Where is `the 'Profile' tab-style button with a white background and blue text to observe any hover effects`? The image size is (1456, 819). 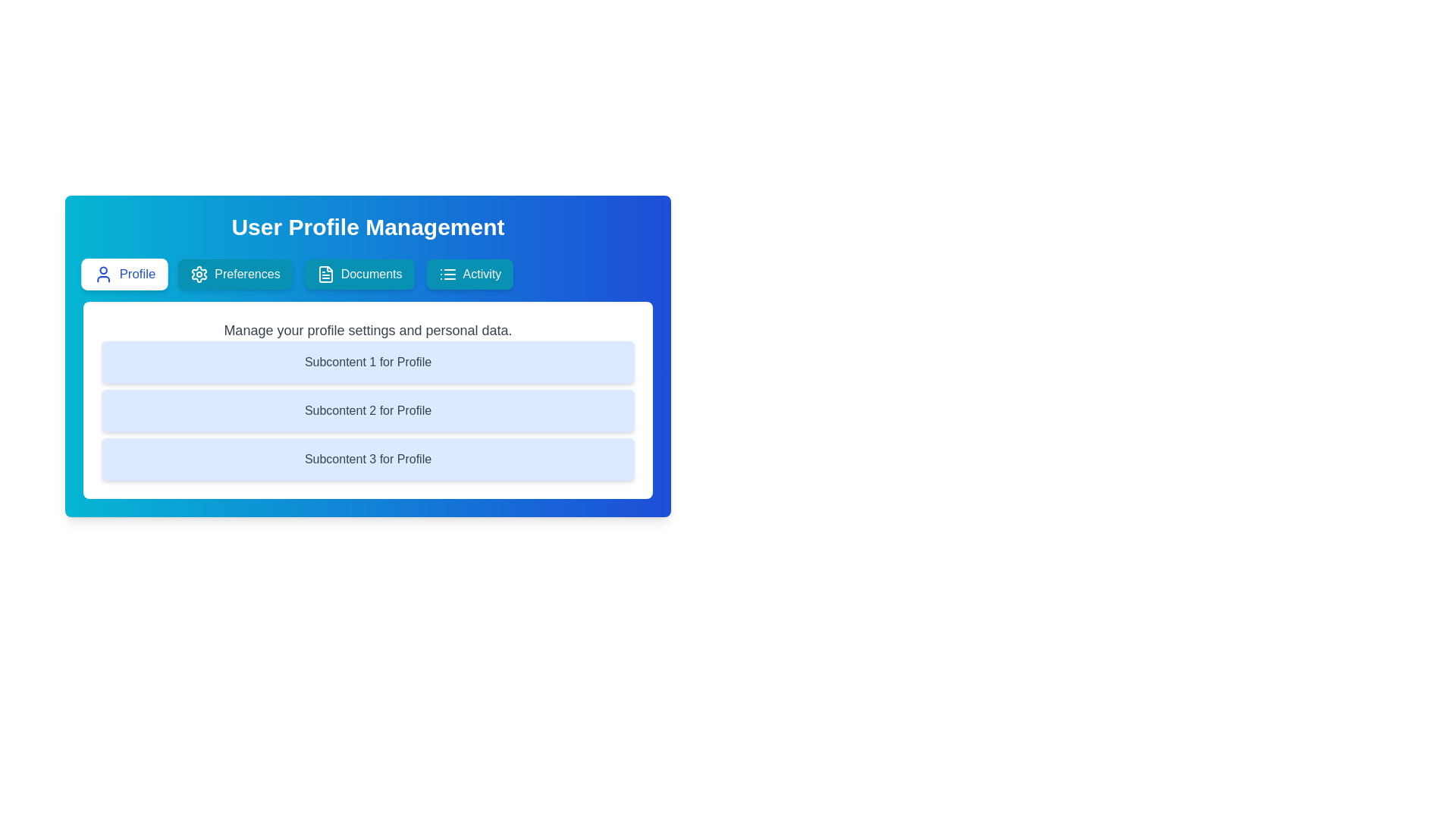
the 'Profile' tab-style button with a white background and blue text to observe any hover effects is located at coordinates (124, 275).